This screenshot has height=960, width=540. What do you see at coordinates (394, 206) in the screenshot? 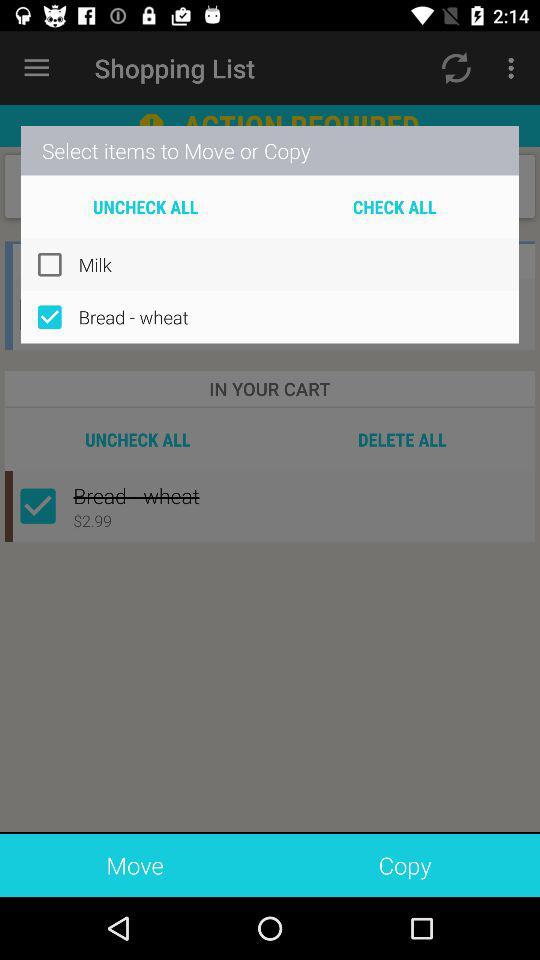
I see `the check all at the top right corner` at bounding box center [394, 206].